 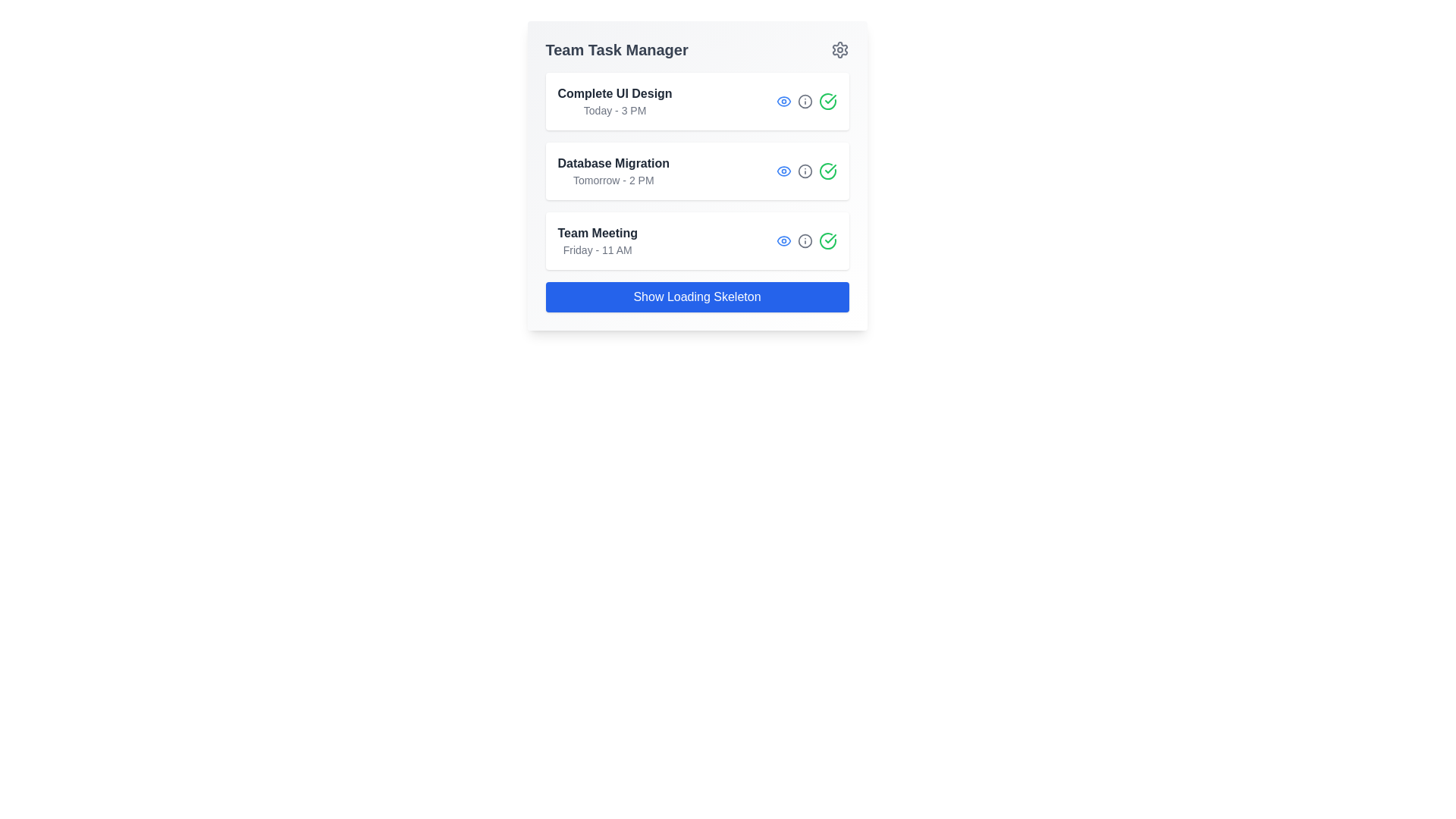 I want to click on the icons associated with the list item containing 'Database Migration' in the 'Team Task Manager' section, so click(x=696, y=171).